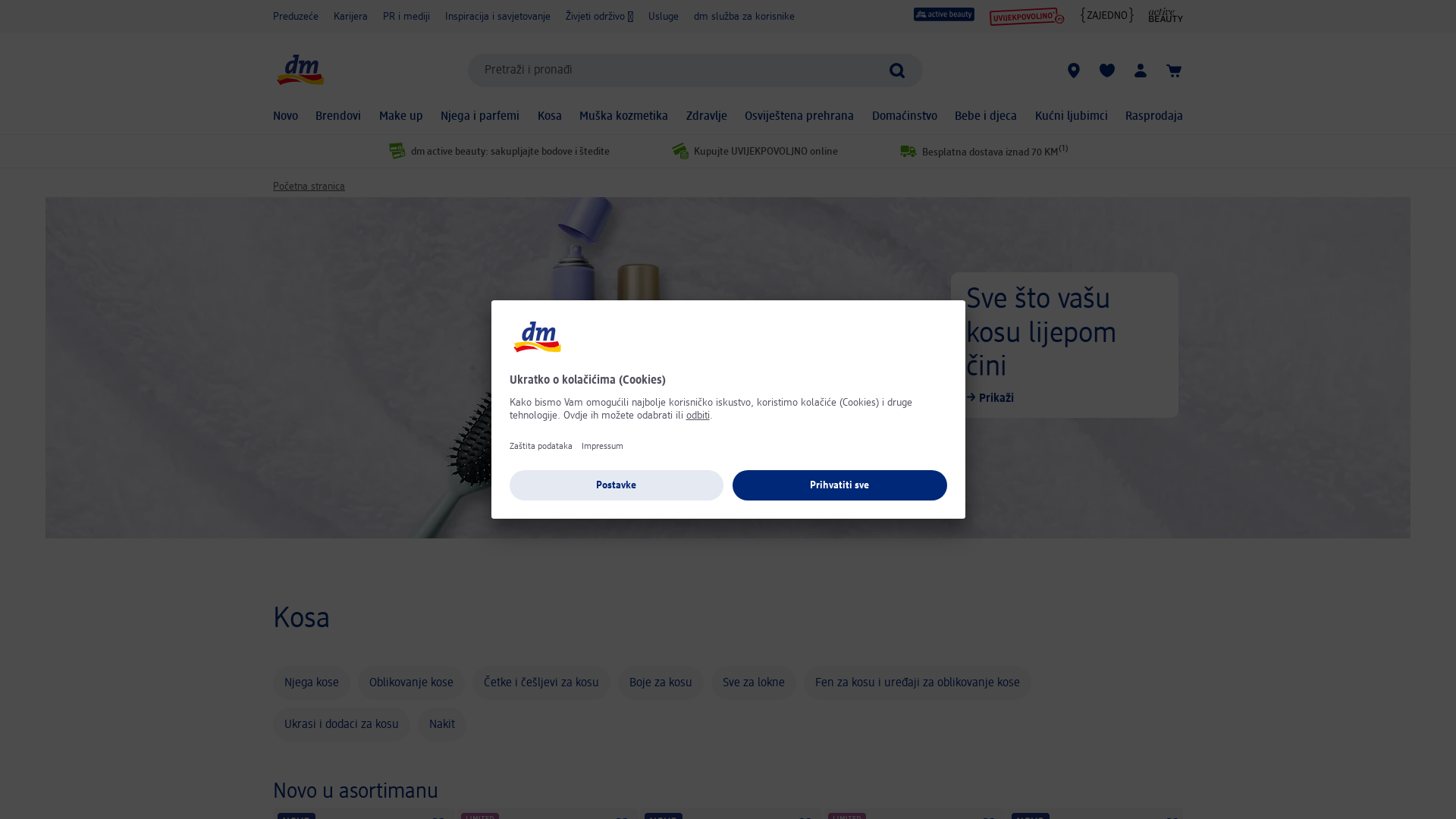 The width and height of the screenshot is (1456, 819). Describe the element at coordinates (1173, 70) in the screenshot. I see `'Korpa'` at that location.